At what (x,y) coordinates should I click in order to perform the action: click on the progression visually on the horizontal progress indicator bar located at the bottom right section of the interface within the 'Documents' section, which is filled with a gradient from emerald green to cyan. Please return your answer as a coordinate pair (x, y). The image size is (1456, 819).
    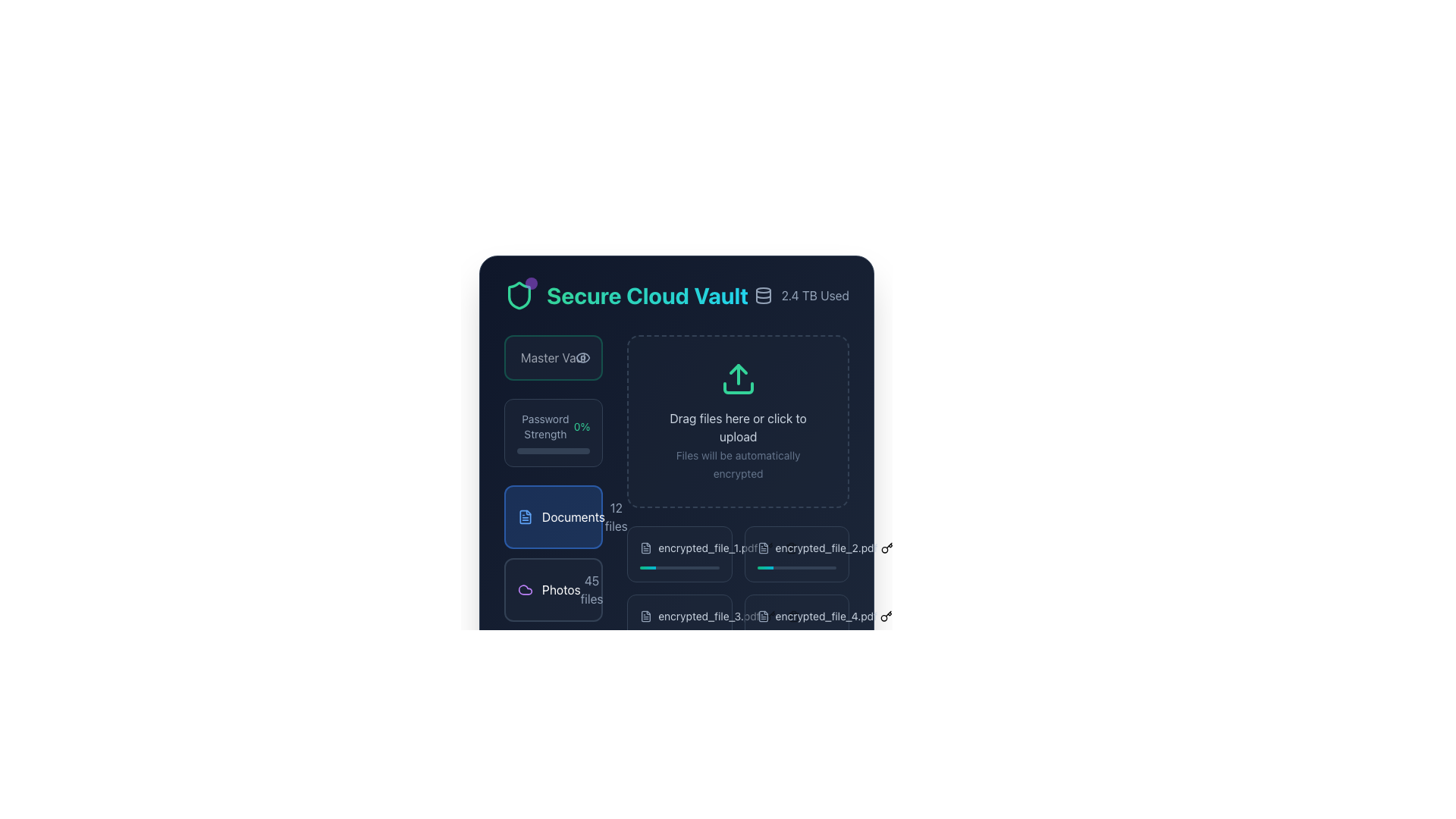
    Looking at the image, I should click on (671, 567).